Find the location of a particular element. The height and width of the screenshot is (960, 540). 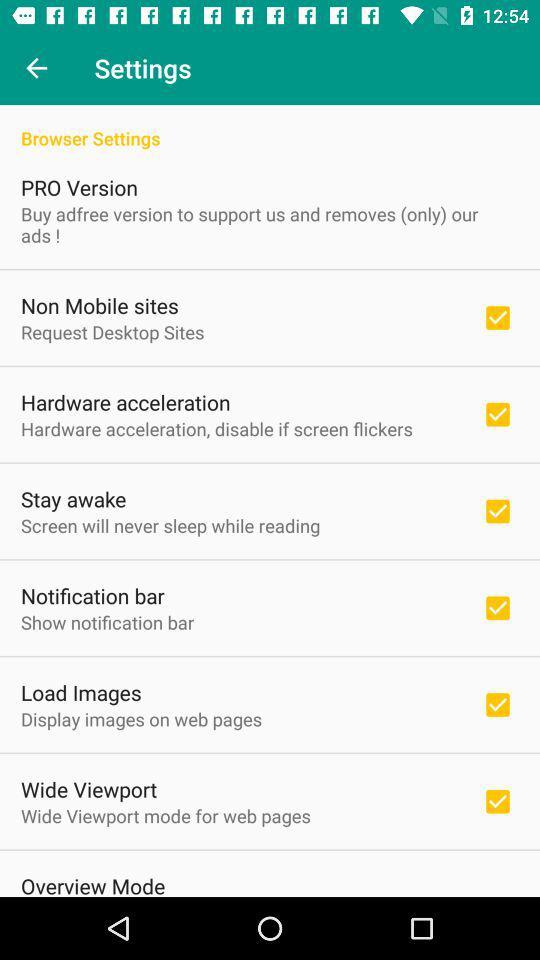

item above request desktop sites is located at coordinates (98, 305).